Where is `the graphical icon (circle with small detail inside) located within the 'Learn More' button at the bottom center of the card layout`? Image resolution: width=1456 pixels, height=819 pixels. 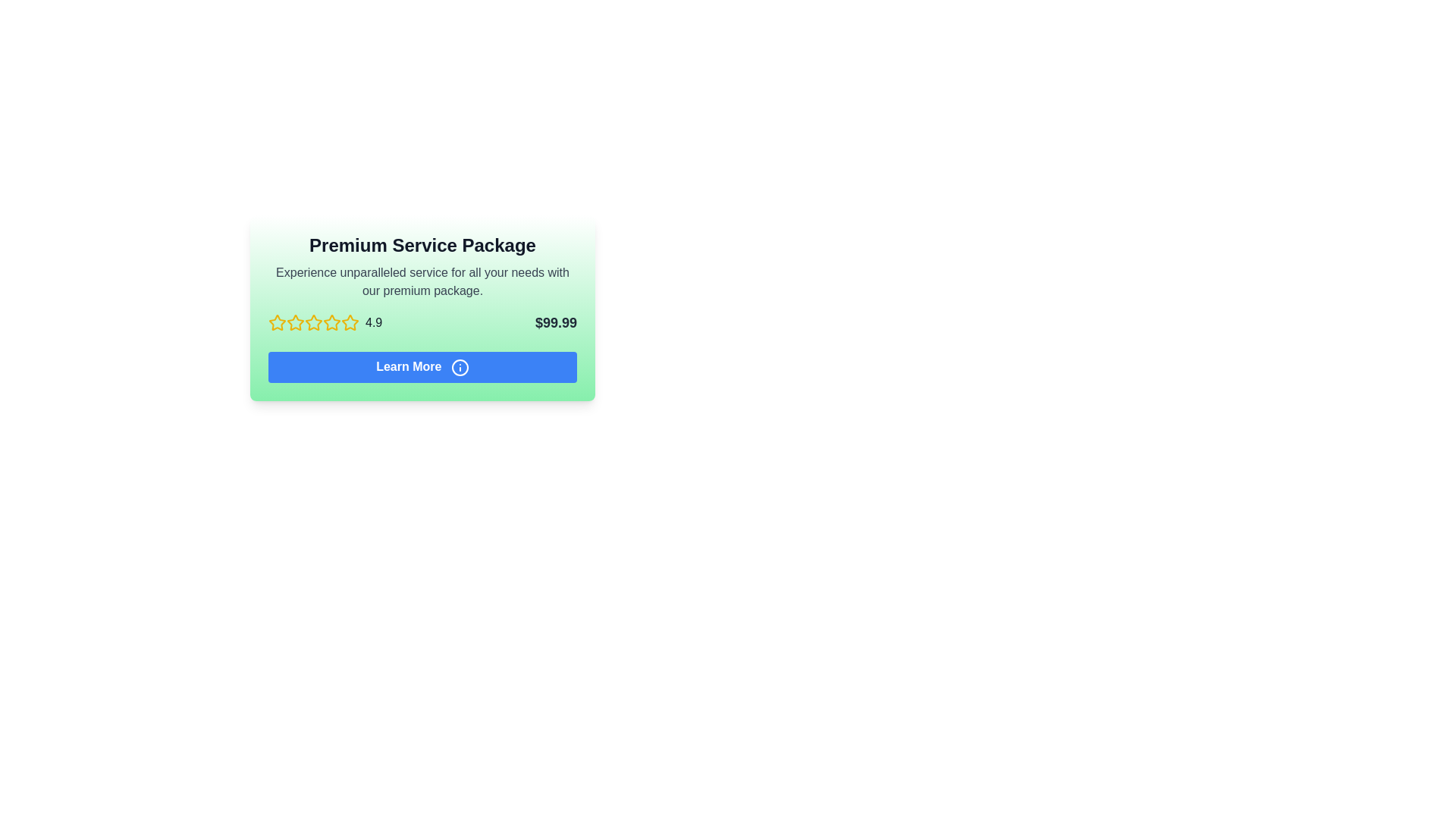
the graphical icon (circle with small detail inside) located within the 'Learn More' button at the bottom center of the card layout is located at coordinates (459, 367).